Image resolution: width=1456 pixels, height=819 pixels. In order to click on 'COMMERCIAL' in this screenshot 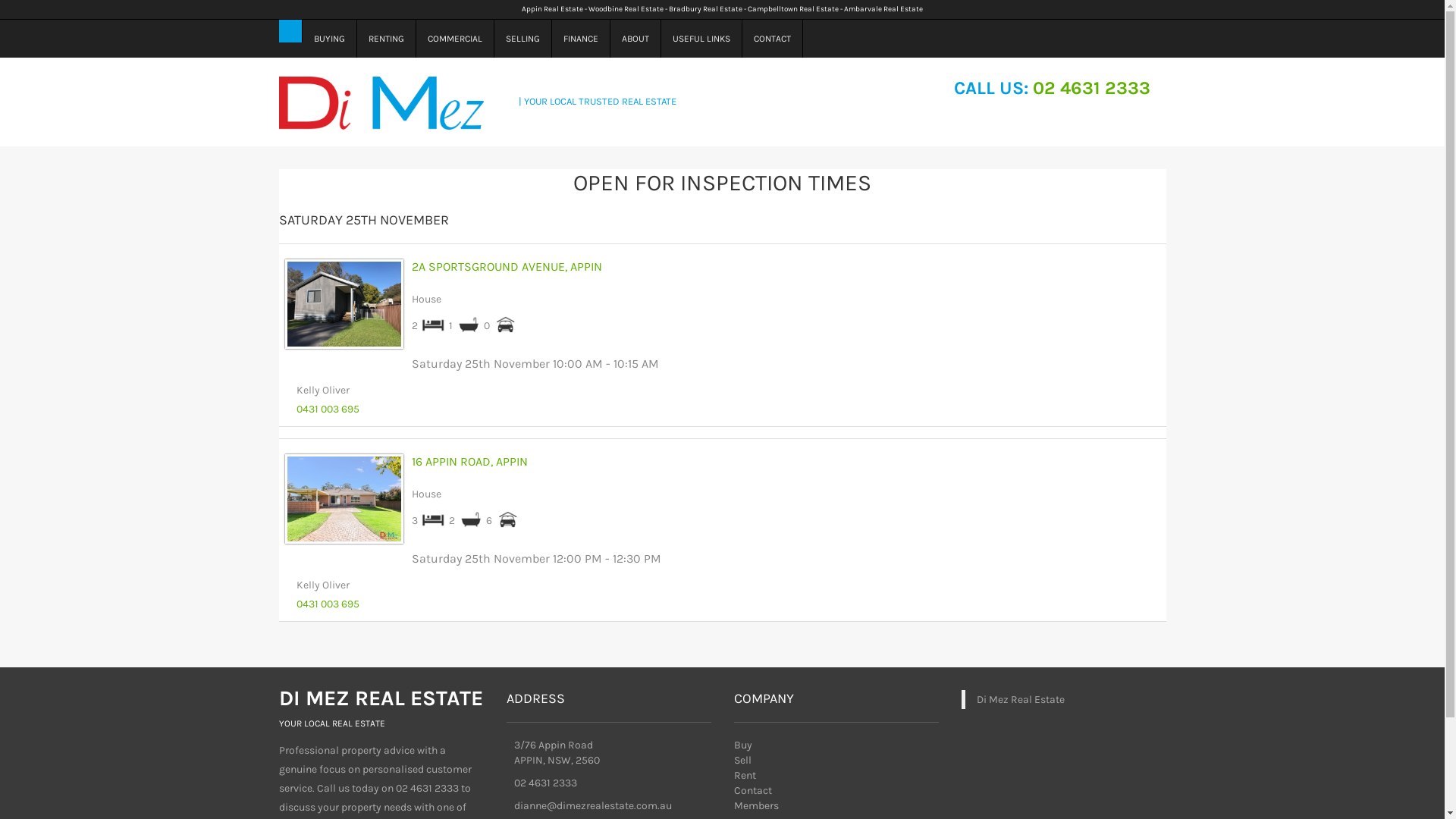, I will do `click(415, 37)`.